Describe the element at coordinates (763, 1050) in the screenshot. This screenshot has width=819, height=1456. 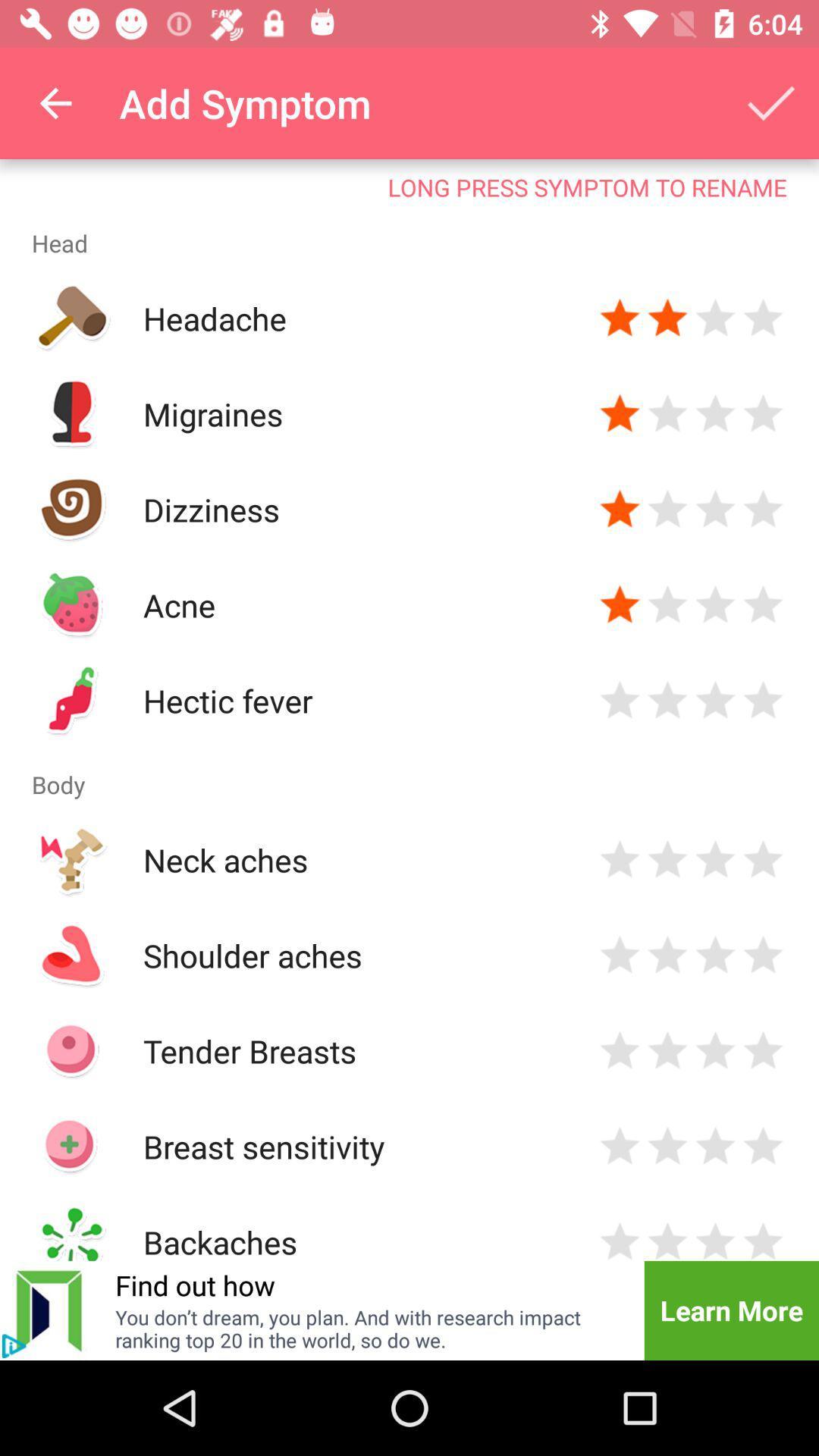
I see `rate symptom 4 stars` at that location.